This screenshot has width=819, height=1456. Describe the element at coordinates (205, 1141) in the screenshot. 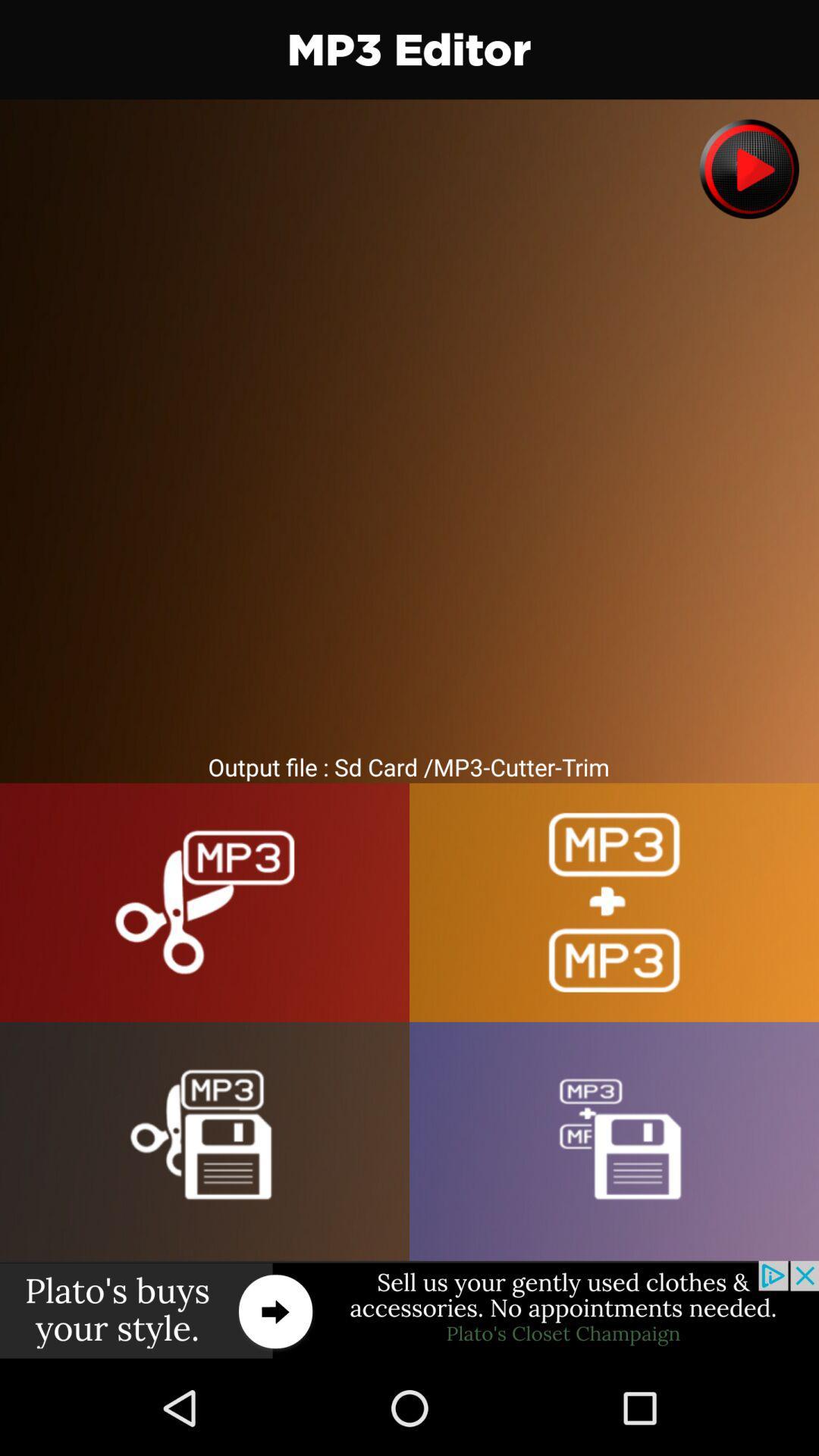

I see `sd card cutter` at that location.